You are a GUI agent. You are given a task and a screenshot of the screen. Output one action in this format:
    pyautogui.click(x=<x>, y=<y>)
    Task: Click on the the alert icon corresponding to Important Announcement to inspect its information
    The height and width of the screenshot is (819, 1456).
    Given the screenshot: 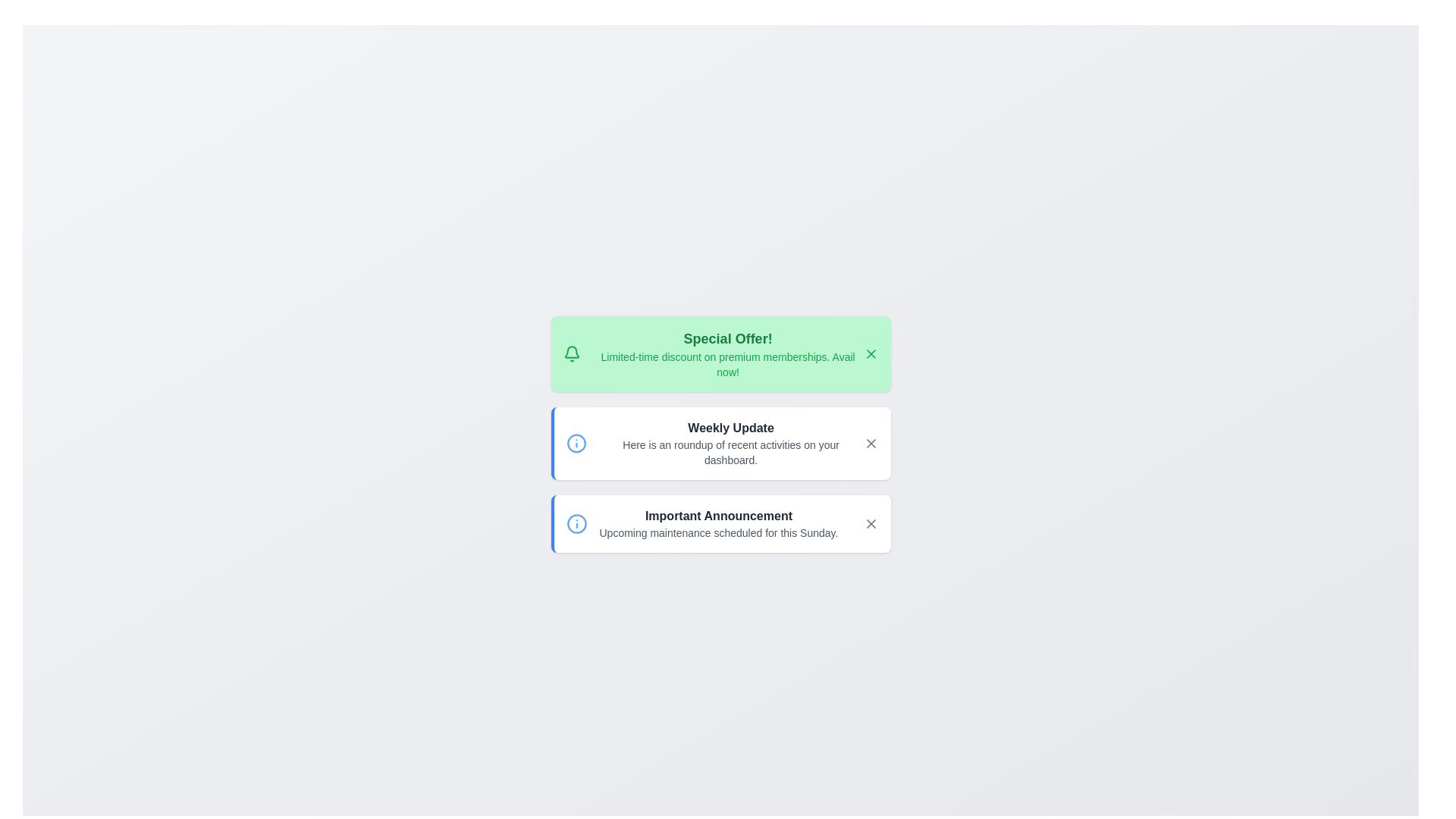 What is the action you would take?
    pyautogui.click(x=576, y=522)
    